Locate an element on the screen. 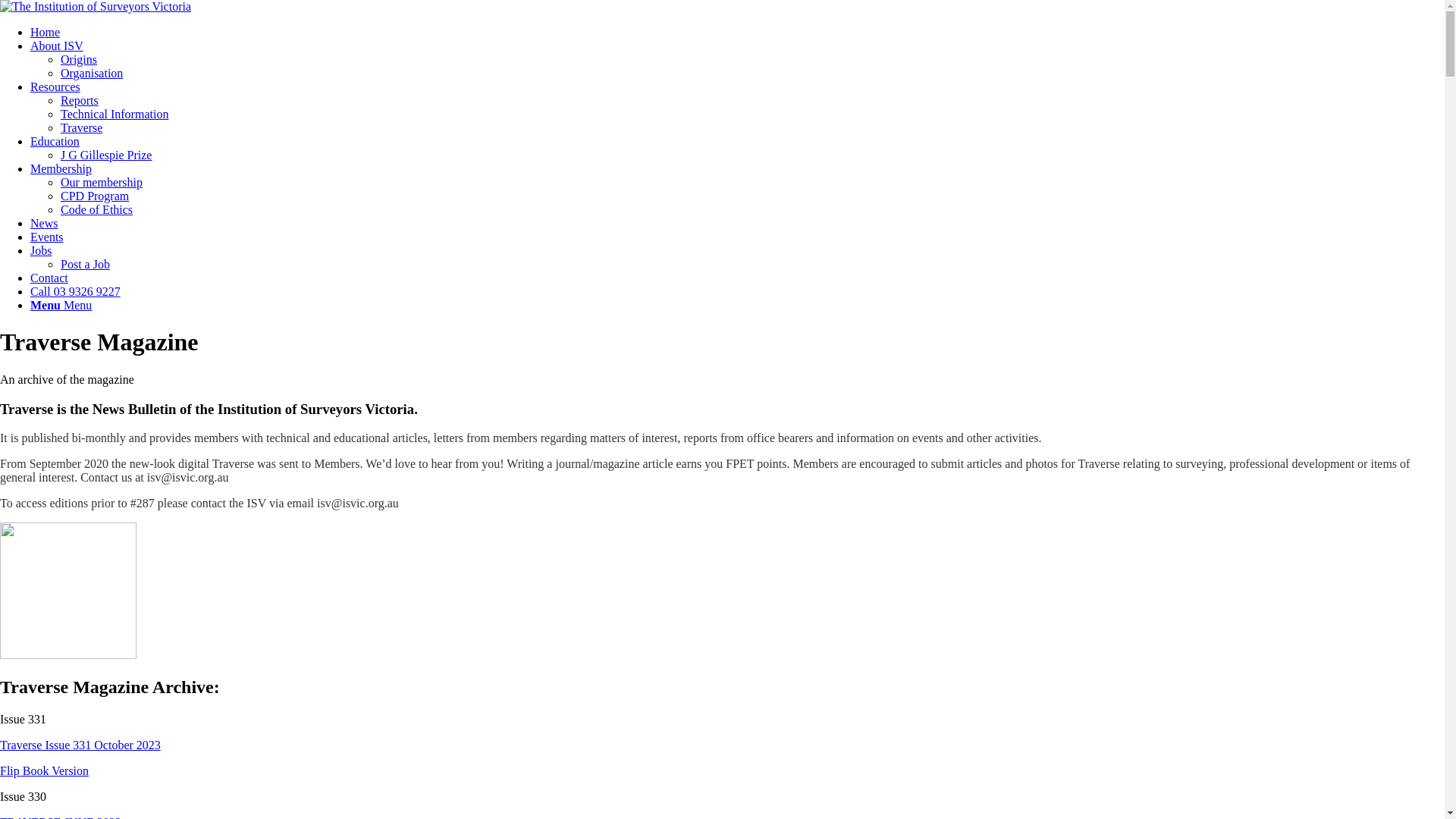 Image resolution: width=1456 pixels, height=819 pixels. 'News' is located at coordinates (30, 223).